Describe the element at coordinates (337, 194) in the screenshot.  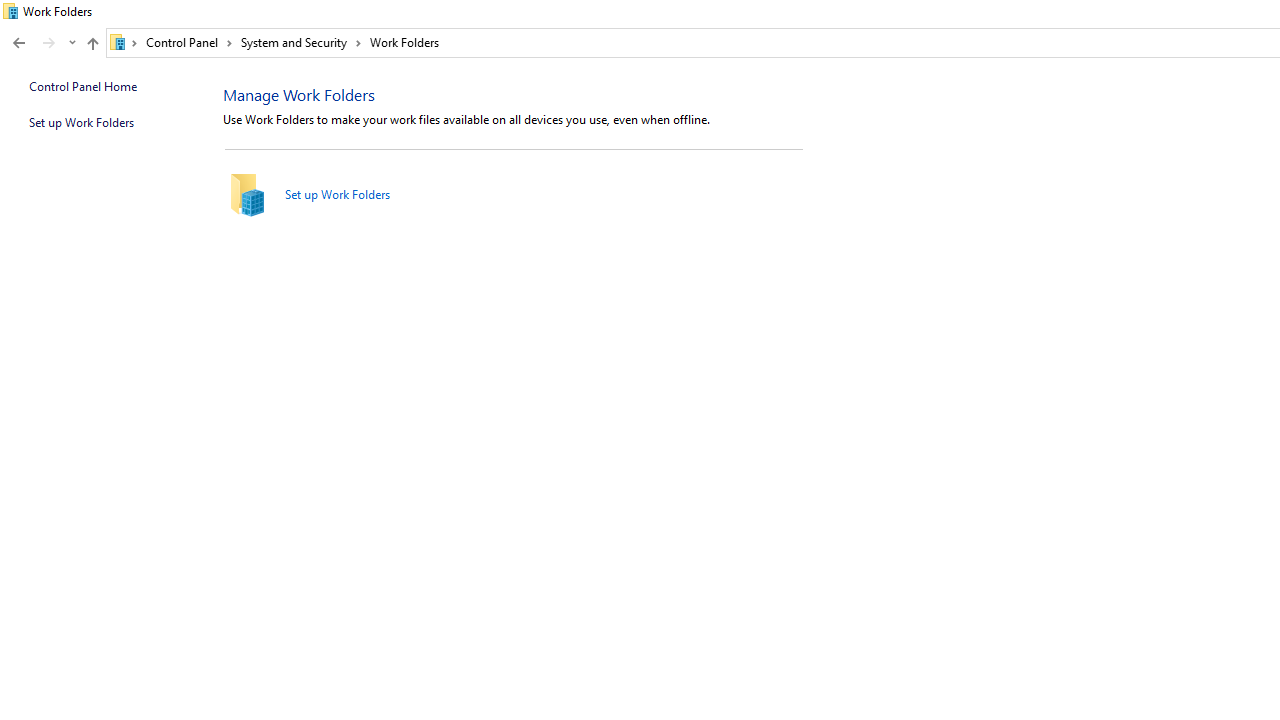
I see `'Set up Work Folders'` at that location.